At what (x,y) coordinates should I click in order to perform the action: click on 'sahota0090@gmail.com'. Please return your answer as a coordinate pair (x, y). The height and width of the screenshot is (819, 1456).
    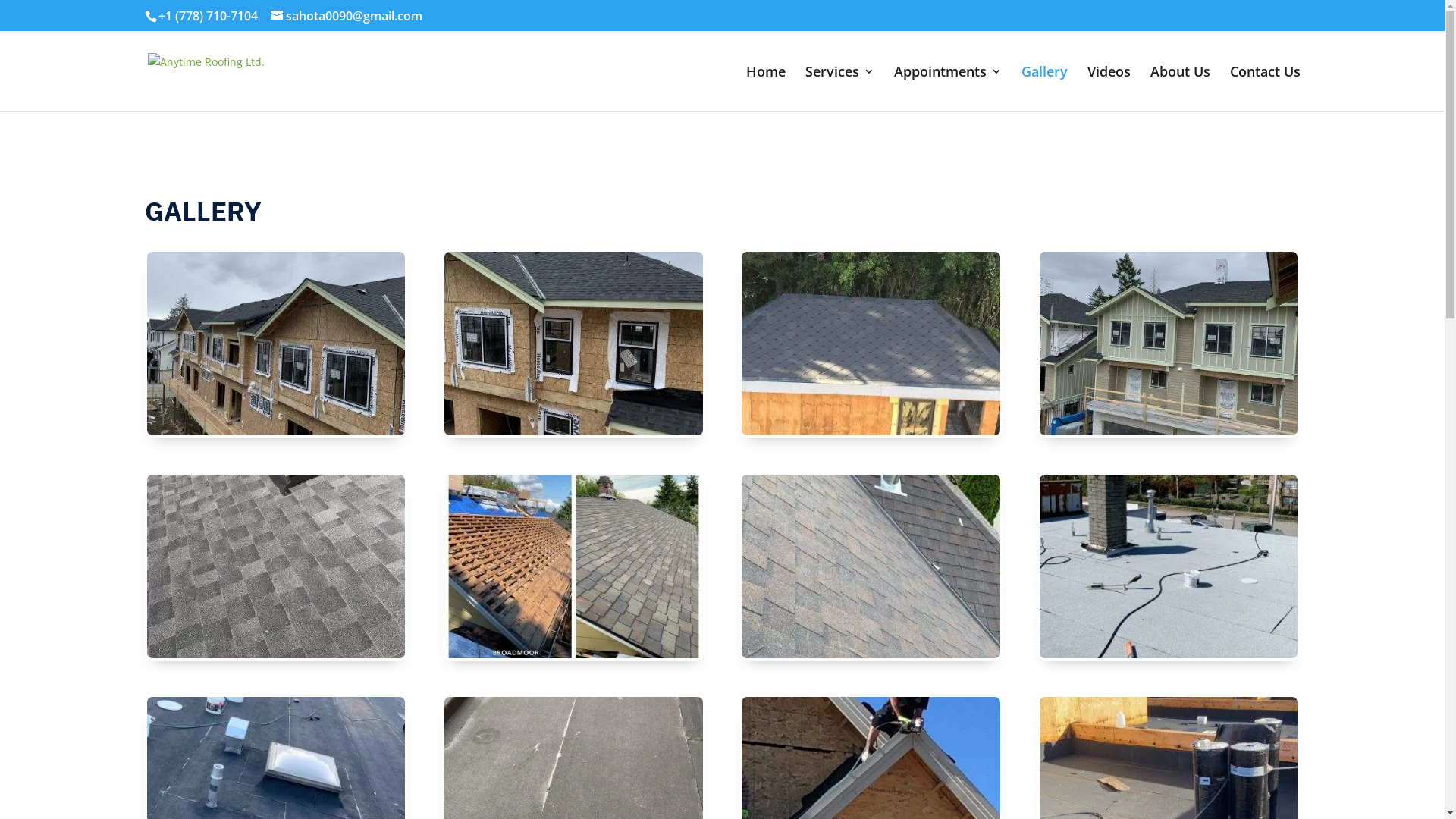
    Looking at the image, I should click on (345, 15).